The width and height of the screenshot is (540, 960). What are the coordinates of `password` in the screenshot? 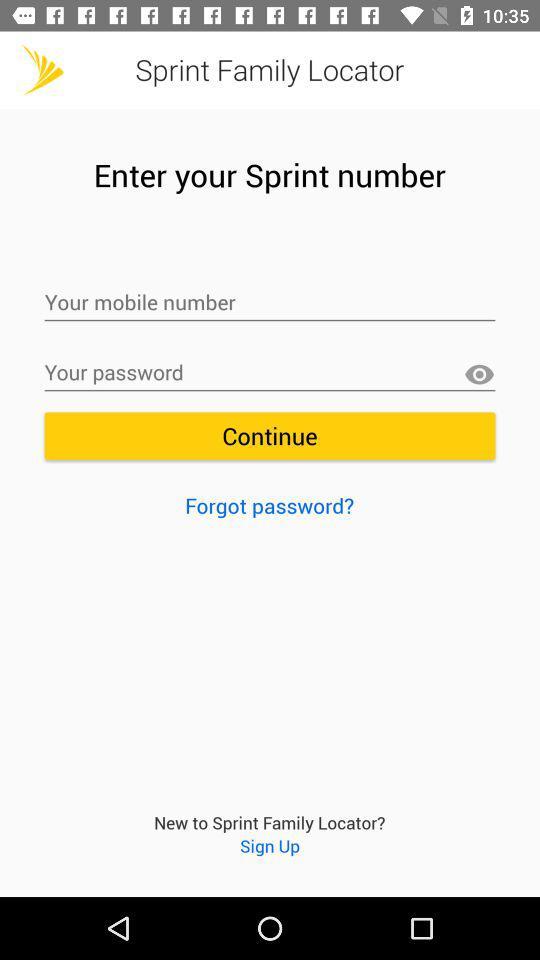 It's located at (270, 372).